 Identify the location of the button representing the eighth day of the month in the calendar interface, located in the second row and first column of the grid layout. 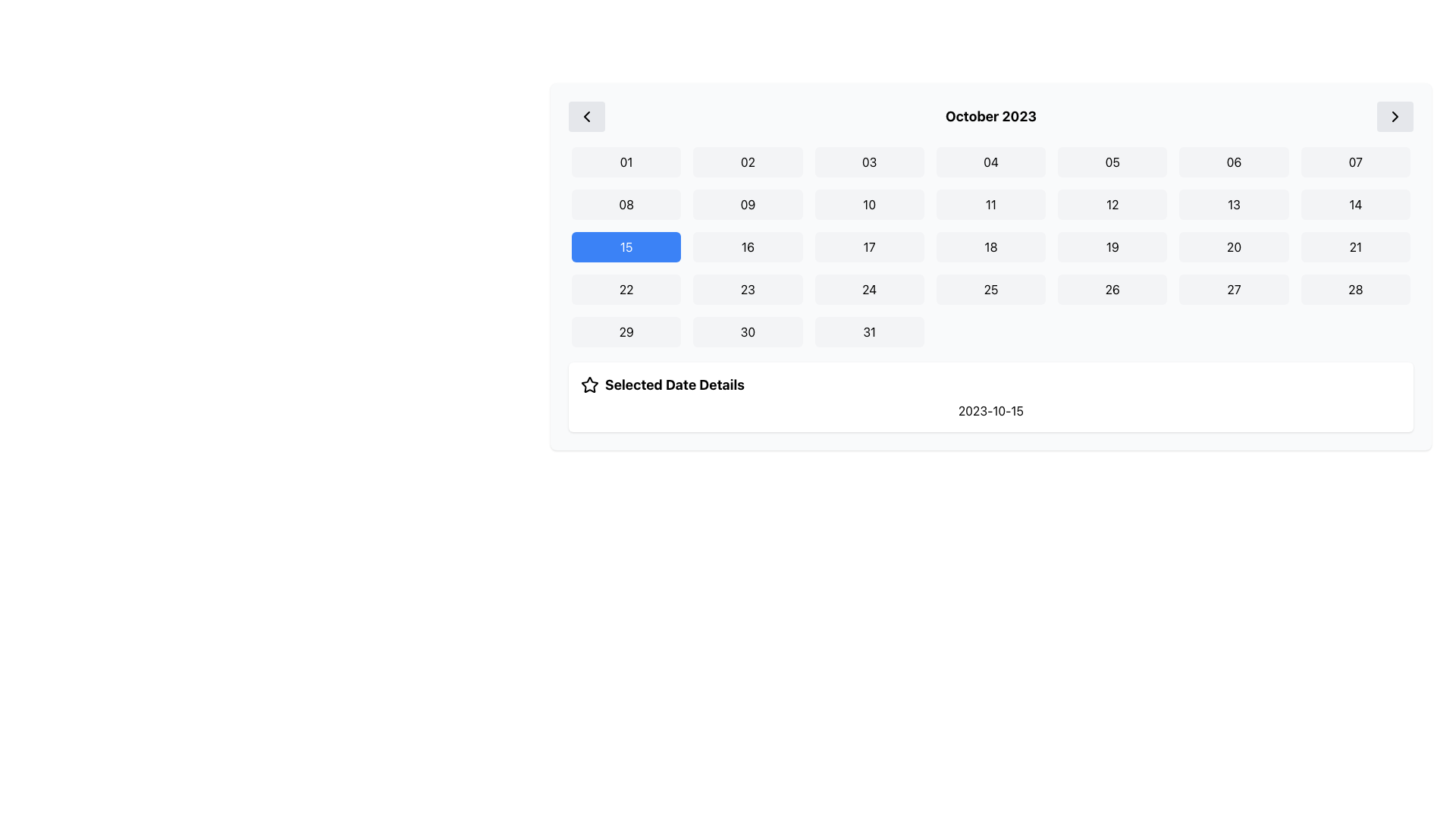
(626, 205).